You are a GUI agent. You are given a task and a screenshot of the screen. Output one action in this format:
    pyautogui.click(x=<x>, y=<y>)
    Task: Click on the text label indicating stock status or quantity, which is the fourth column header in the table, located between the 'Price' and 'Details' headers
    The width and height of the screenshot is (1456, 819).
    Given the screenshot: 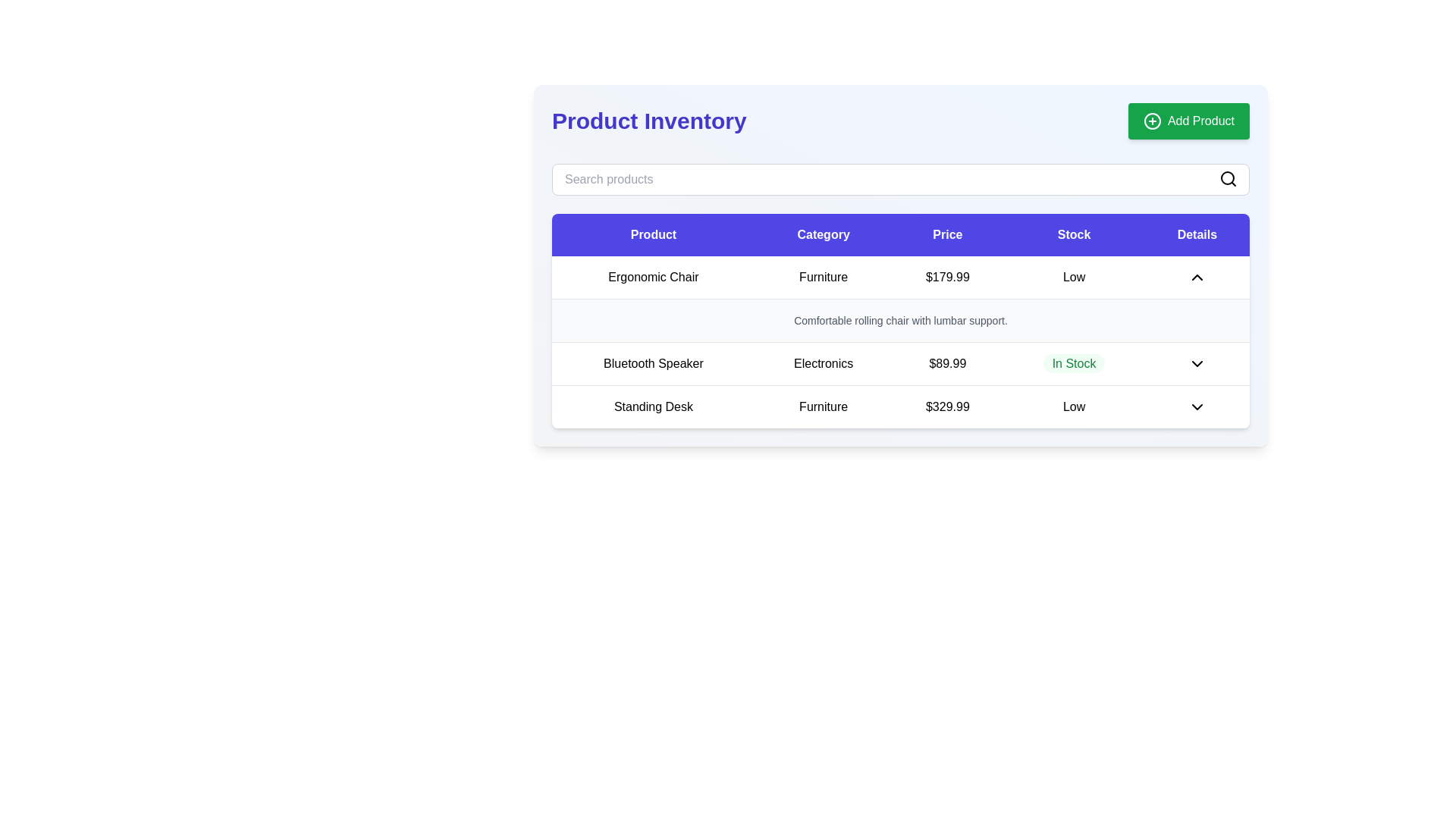 What is the action you would take?
    pyautogui.click(x=1073, y=234)
    